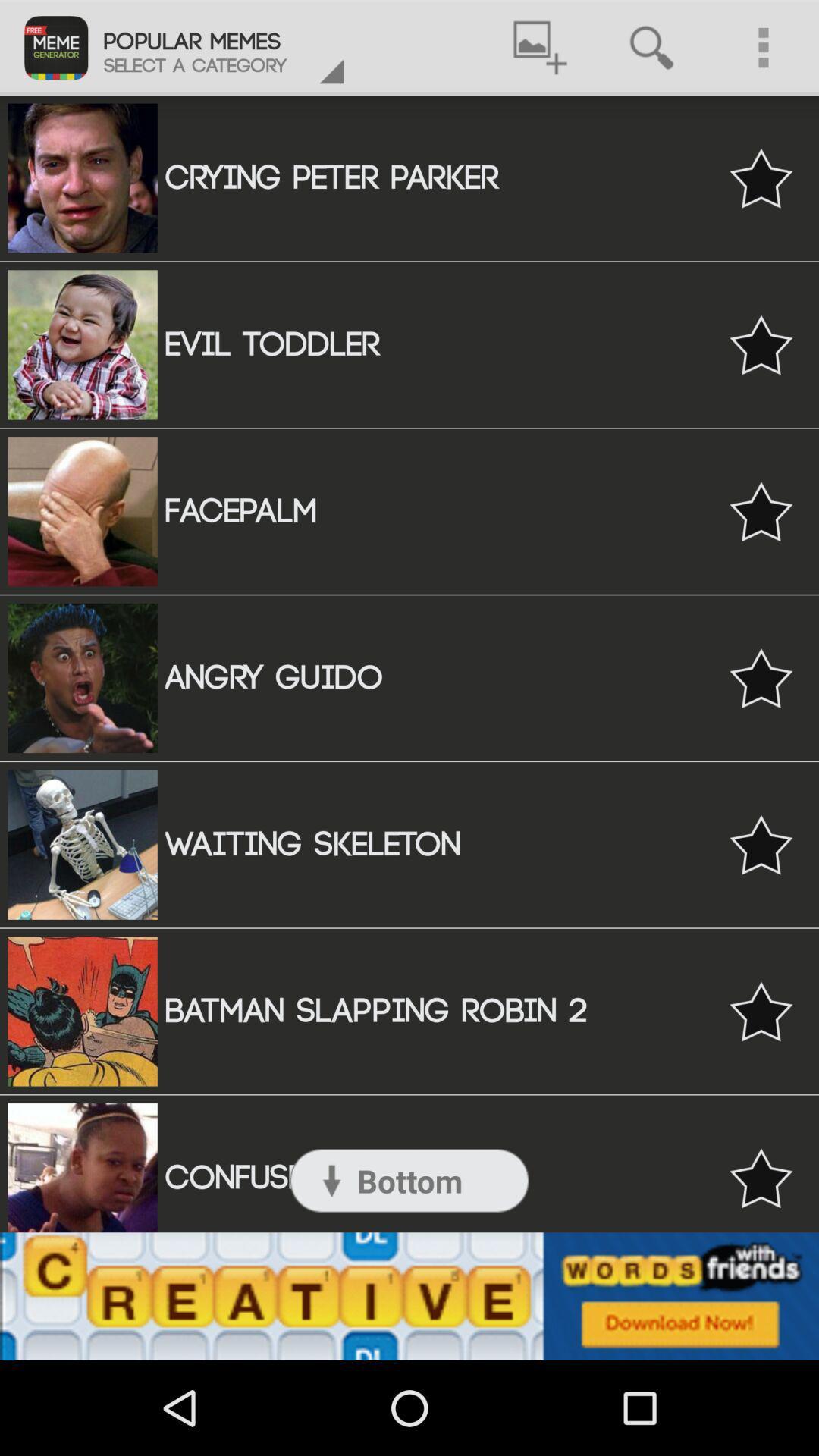 This screenshot has width=819, height=1456. I want to click on favorites, so click(761, 677).